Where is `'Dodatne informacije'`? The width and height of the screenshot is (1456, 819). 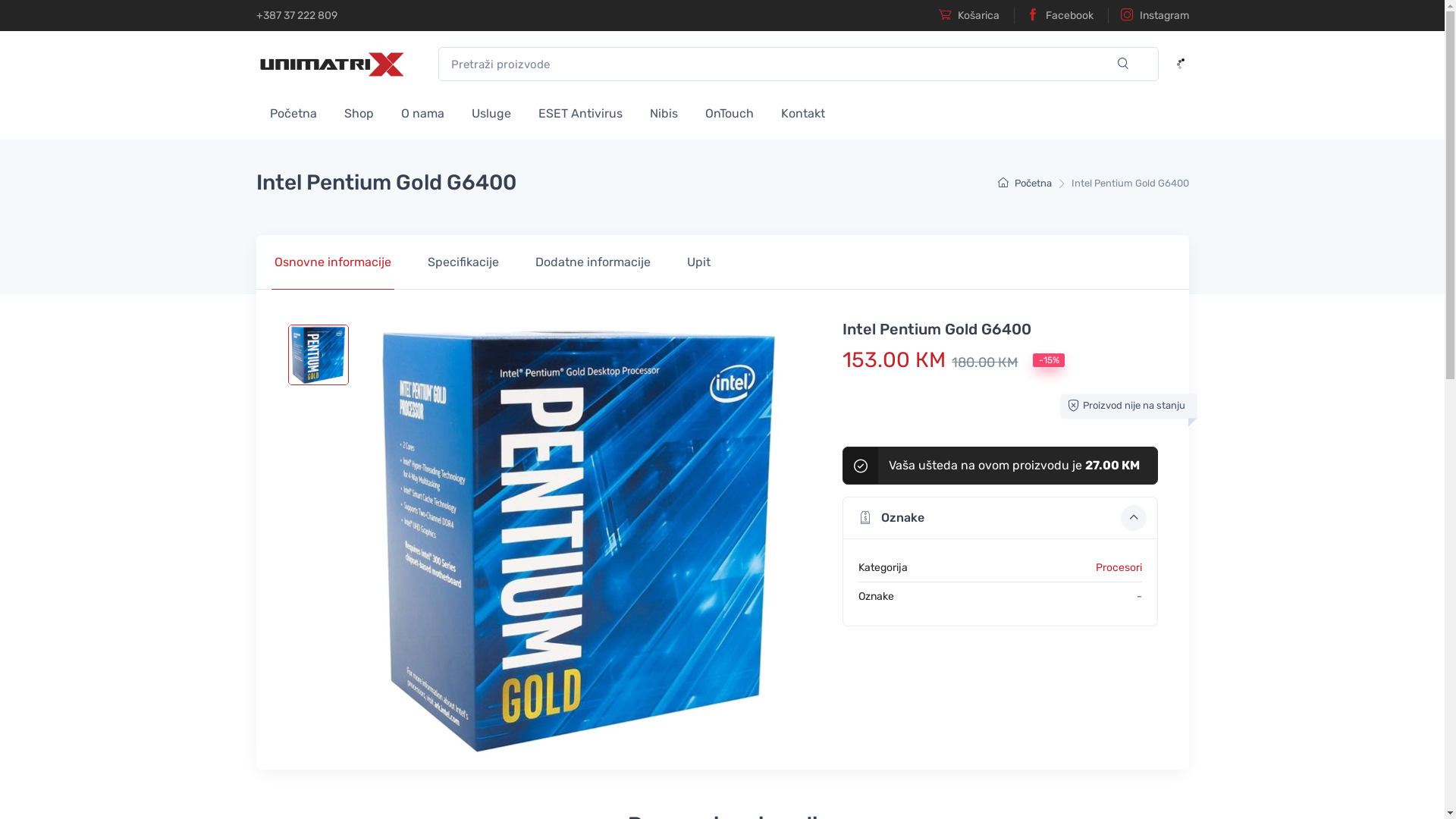 'Dodatne informacije' is located at coordinates (592, 262).